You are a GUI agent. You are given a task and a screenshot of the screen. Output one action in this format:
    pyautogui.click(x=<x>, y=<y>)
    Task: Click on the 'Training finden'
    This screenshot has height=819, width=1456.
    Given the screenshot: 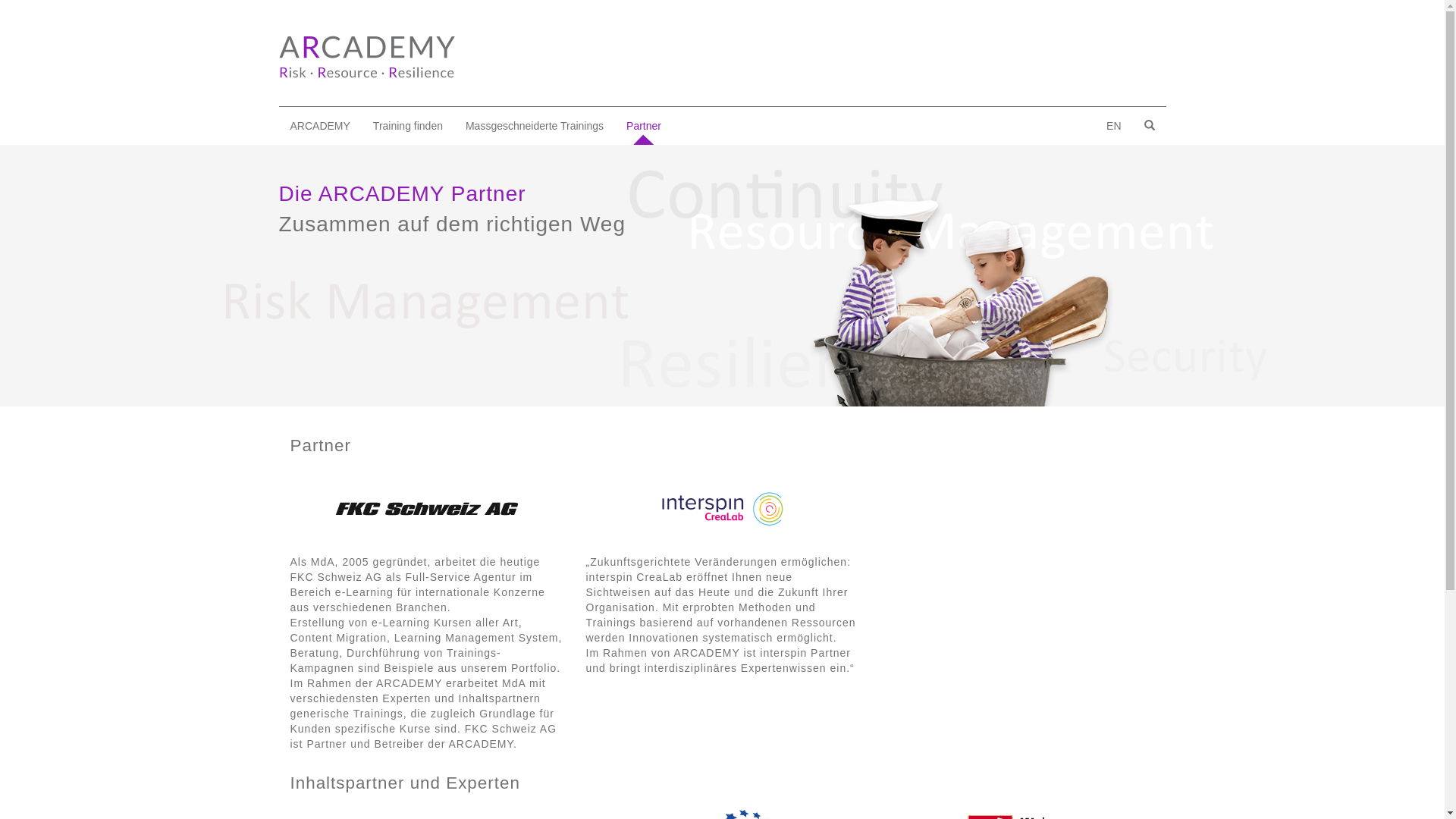 What is the action you would take?
    pyautogui.click(x=407, y=124)
    